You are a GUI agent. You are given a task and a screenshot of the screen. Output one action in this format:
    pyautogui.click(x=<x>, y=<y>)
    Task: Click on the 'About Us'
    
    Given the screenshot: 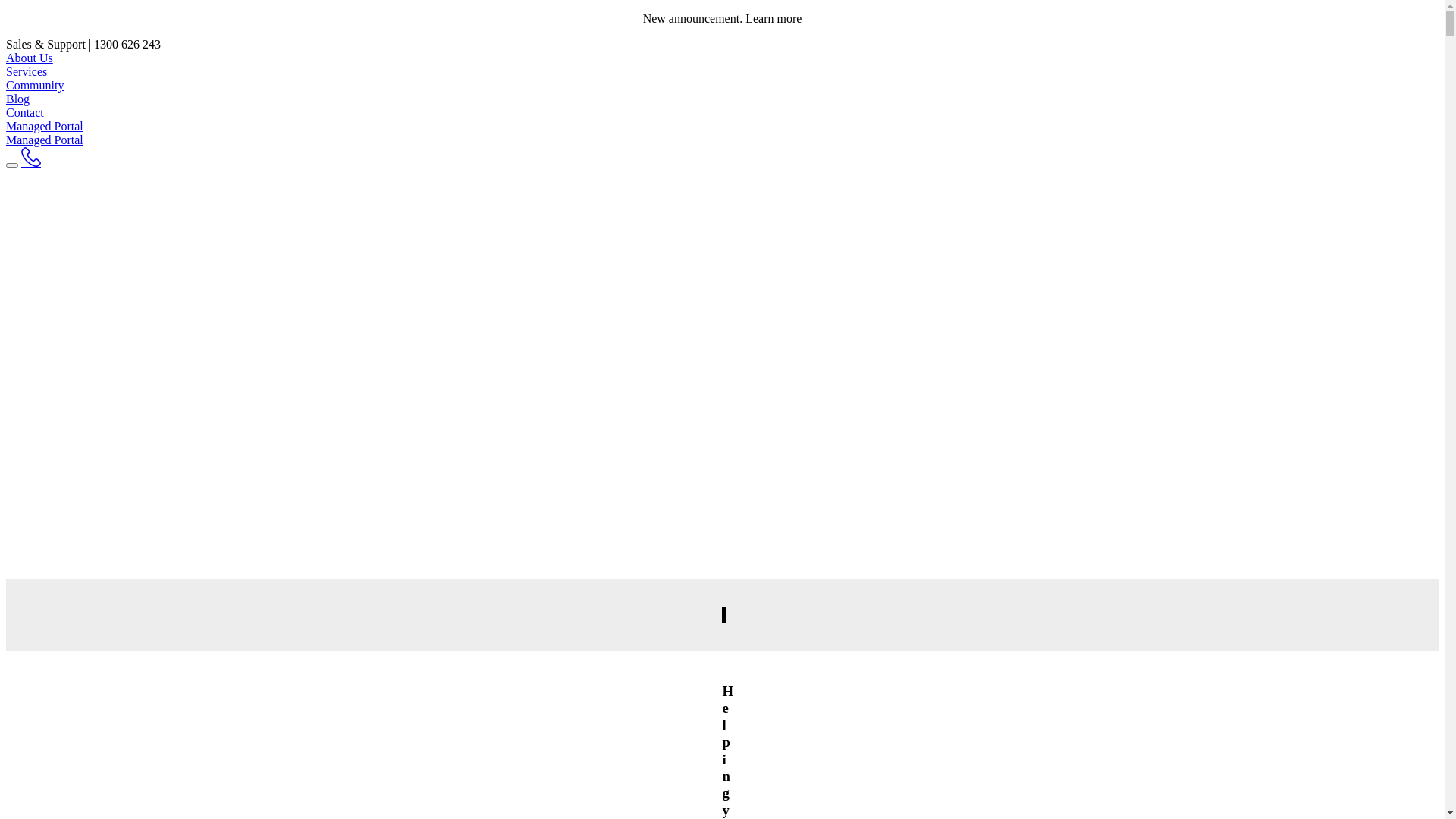 What is the action you would take?
    pyautogui.click(x=6, y=57)
    